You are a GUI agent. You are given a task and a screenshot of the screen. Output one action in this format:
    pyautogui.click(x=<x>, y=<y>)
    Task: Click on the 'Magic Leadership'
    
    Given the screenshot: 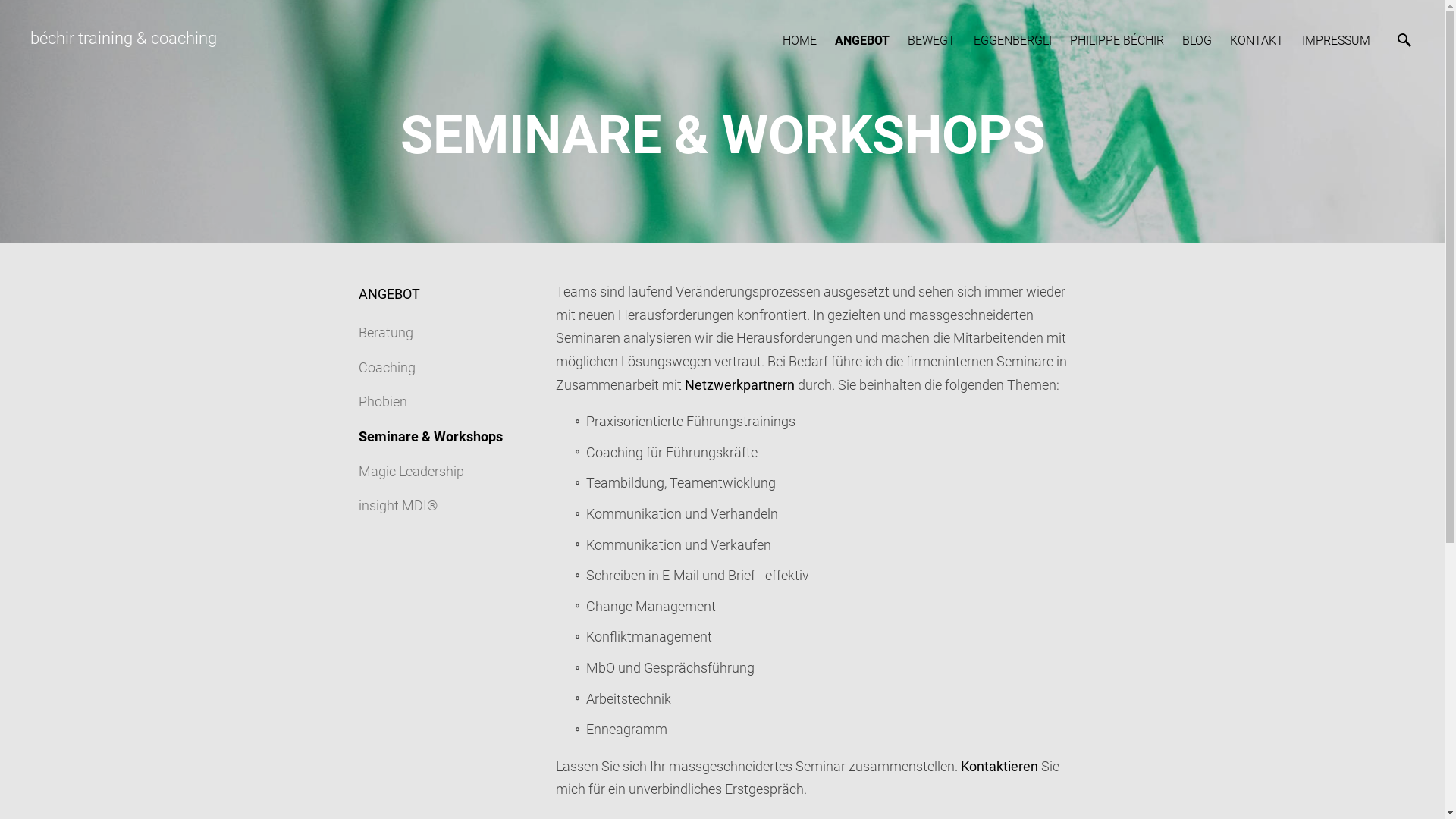 What is the action you would take?
    pyautogui.click(x=410, y=470)
    